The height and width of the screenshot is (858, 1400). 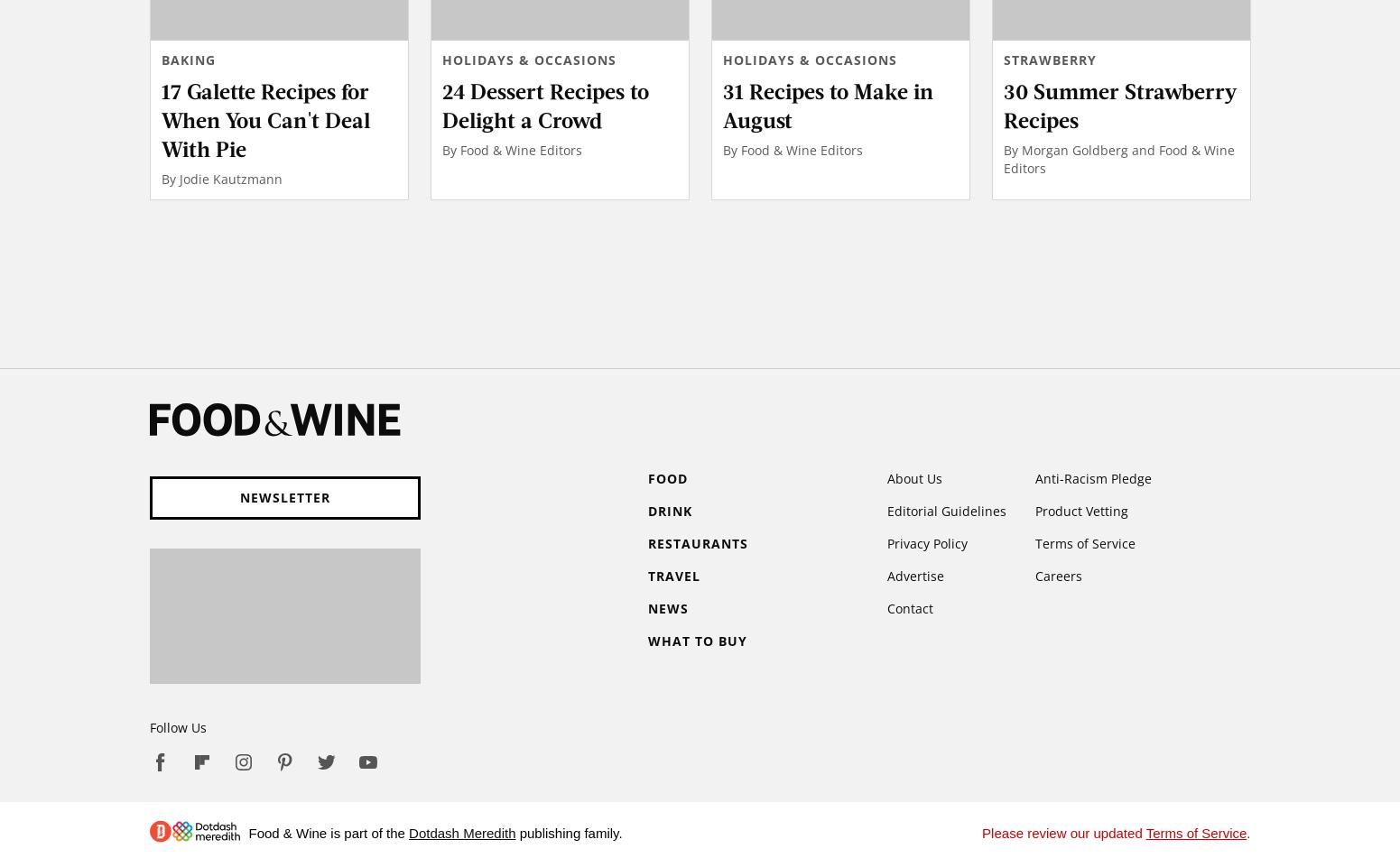 What do you see at coordinates (826, 105) in the screenshot?
I see `'31 Recipes to Make in August'` at bounding box center [826, 105].